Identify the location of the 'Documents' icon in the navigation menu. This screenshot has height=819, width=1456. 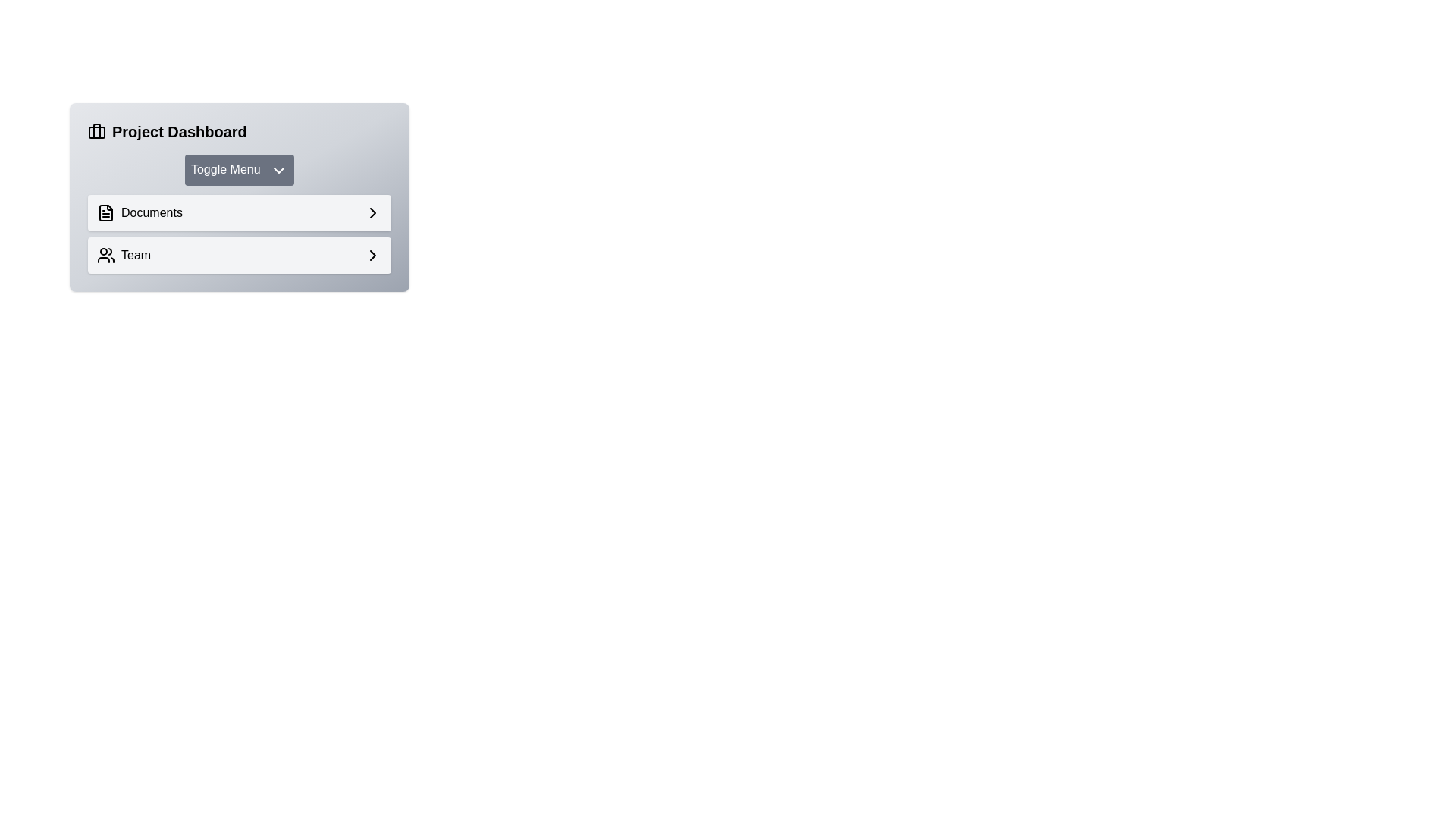
(105, 212).